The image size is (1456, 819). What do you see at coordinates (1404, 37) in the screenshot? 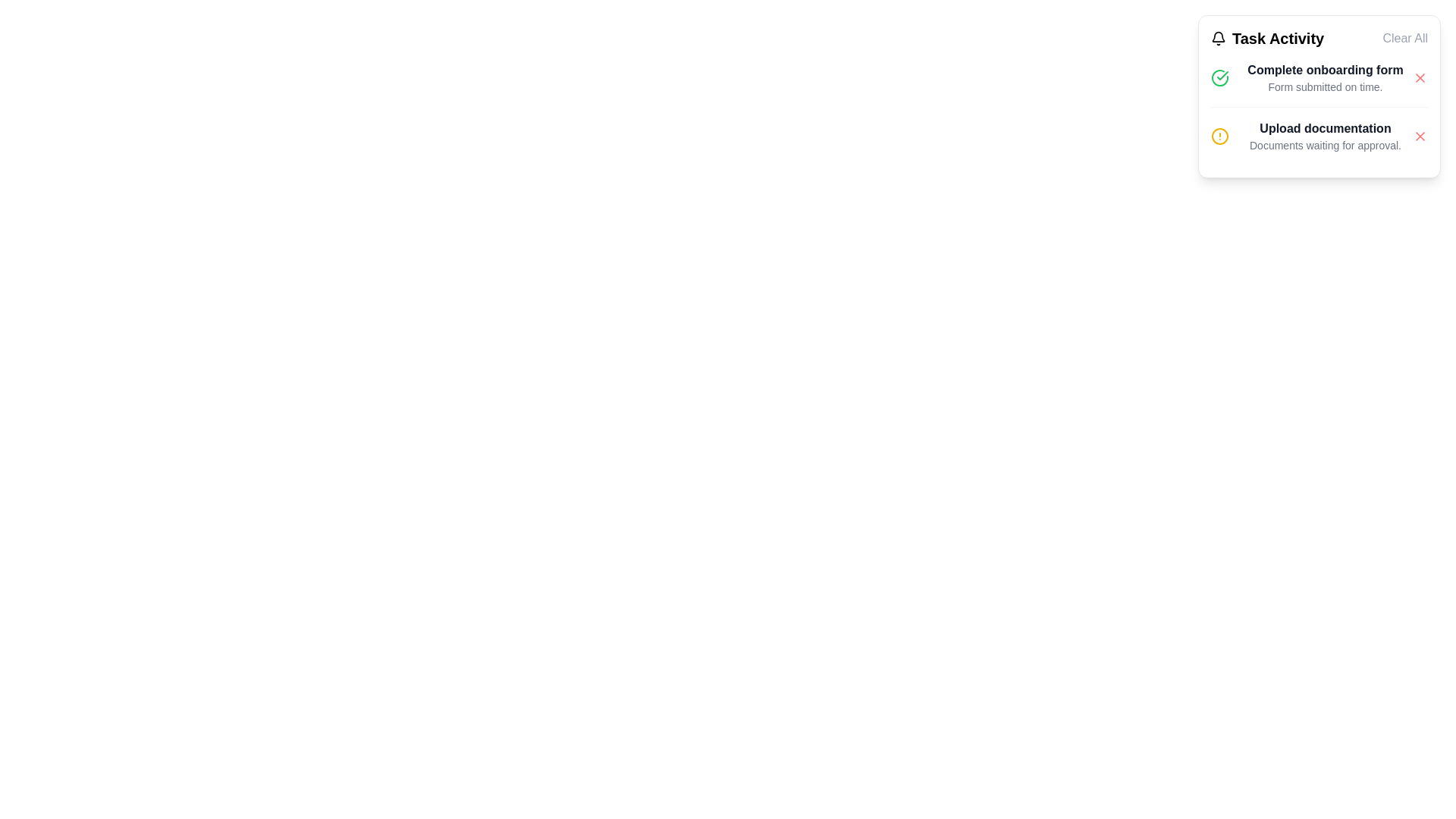
I see `the clear all button located at the top-right corner of the 'Task Activity' section` at bounding box center [1404, 37].